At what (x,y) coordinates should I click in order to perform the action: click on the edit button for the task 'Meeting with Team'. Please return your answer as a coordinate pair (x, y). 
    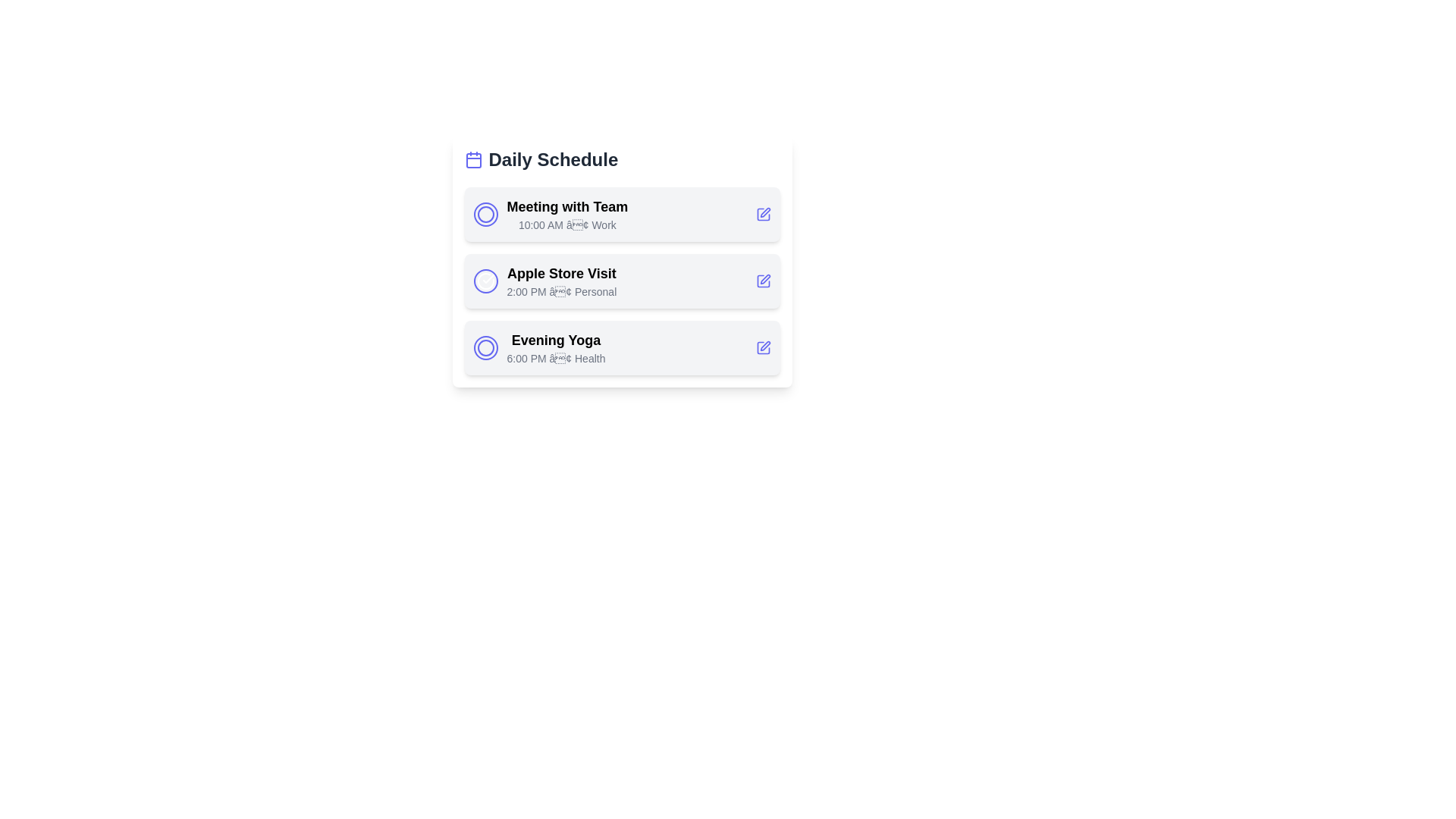
    Looking at the image, I should click on (763, 214).